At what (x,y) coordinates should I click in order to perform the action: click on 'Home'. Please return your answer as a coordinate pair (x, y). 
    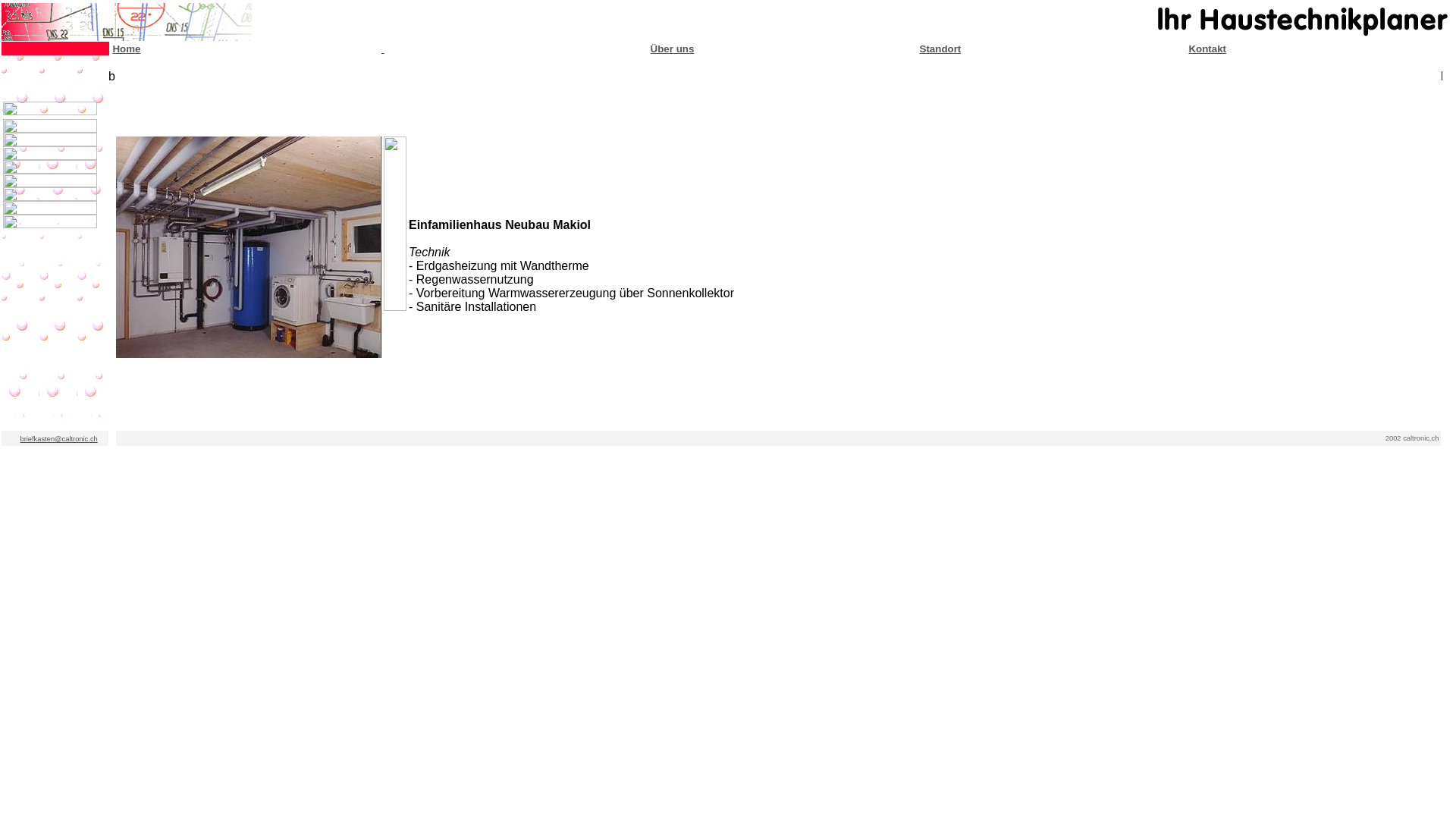
    Looking at the image, I should click on (126, 47).